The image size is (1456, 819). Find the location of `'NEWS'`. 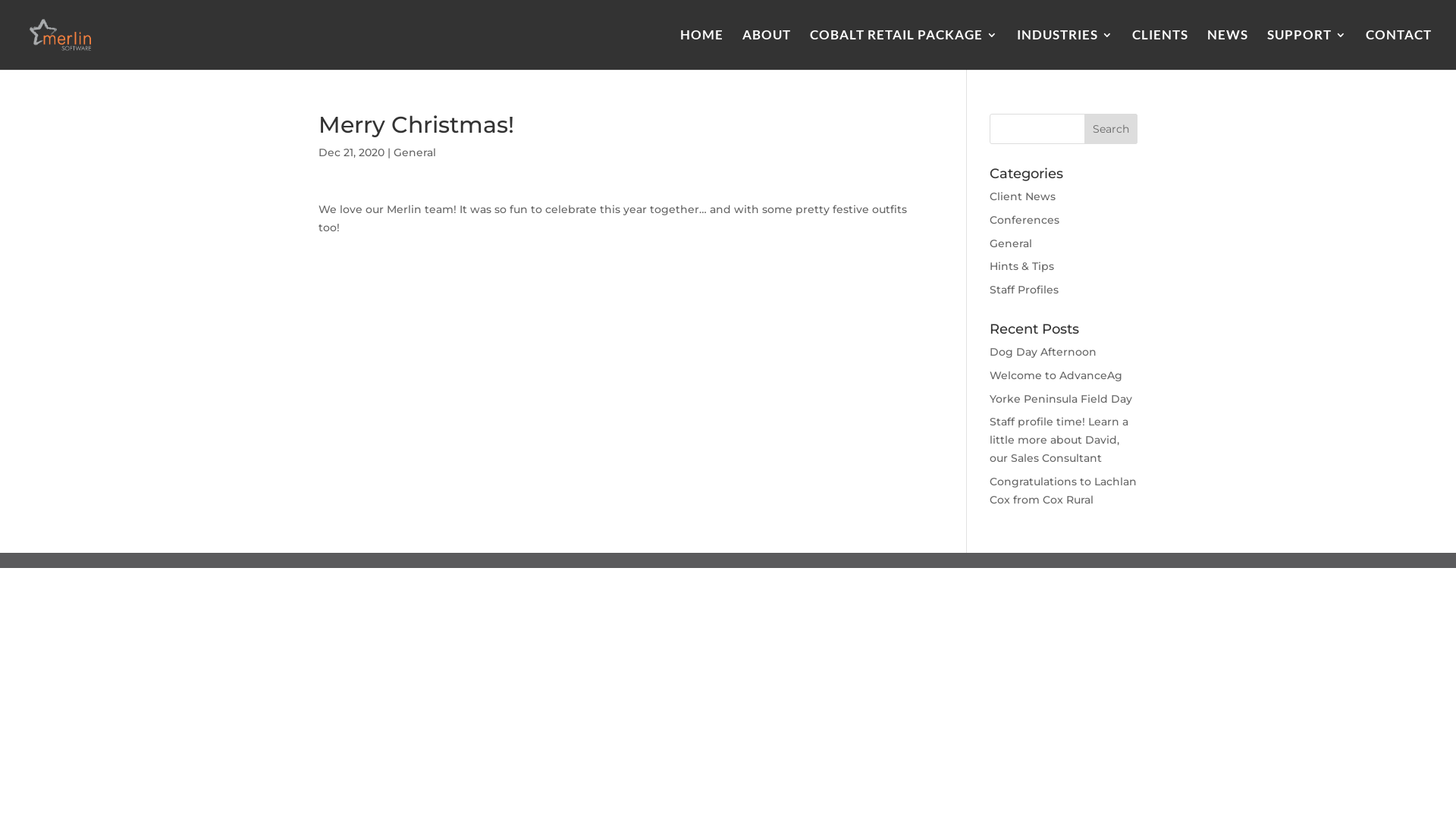

'NEWS' is located at coordinates (1207, 49).